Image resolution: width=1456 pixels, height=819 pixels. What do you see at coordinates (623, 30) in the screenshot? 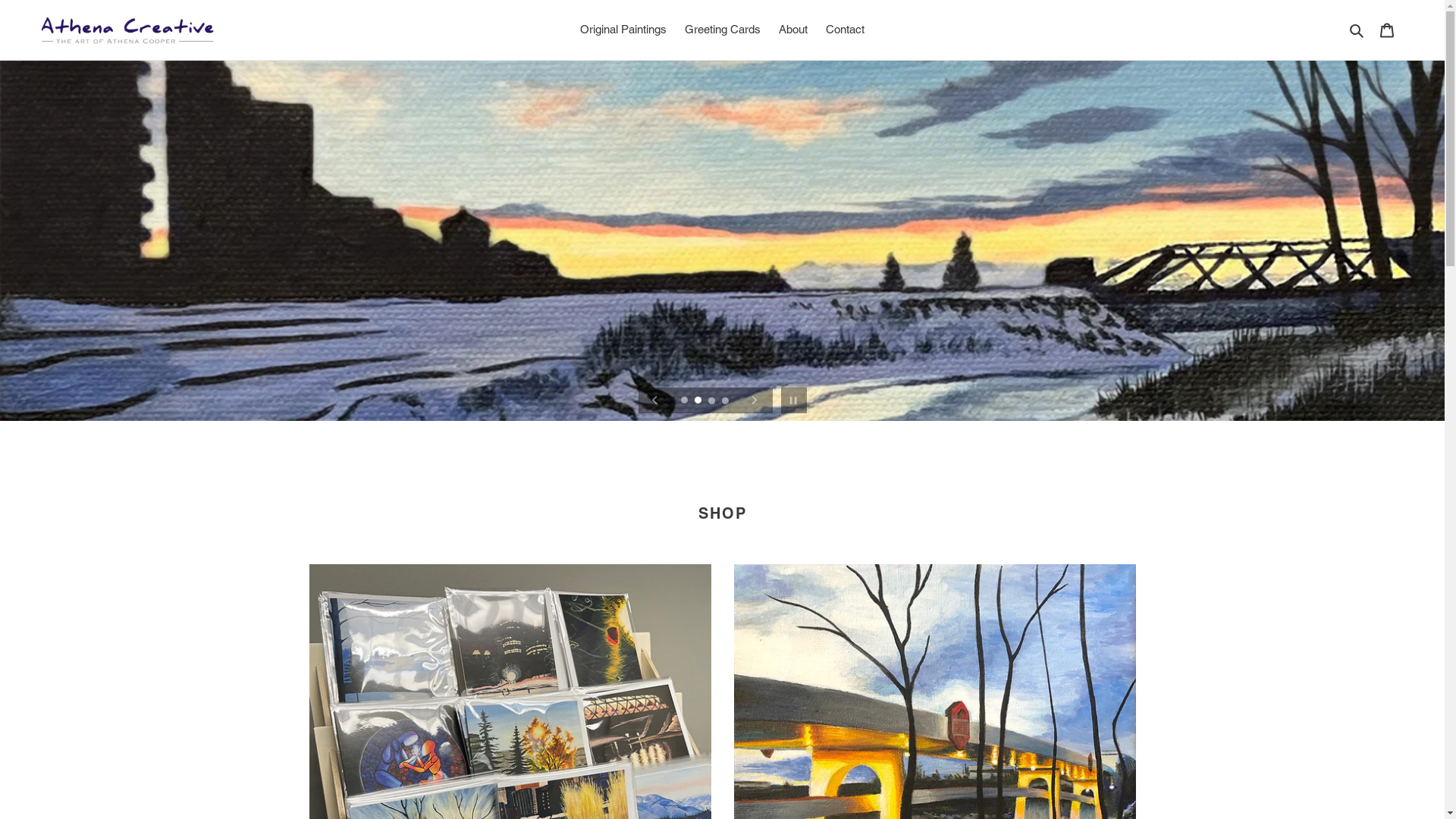
I see `'Original Paintings'` at bounding box center [623, 30].